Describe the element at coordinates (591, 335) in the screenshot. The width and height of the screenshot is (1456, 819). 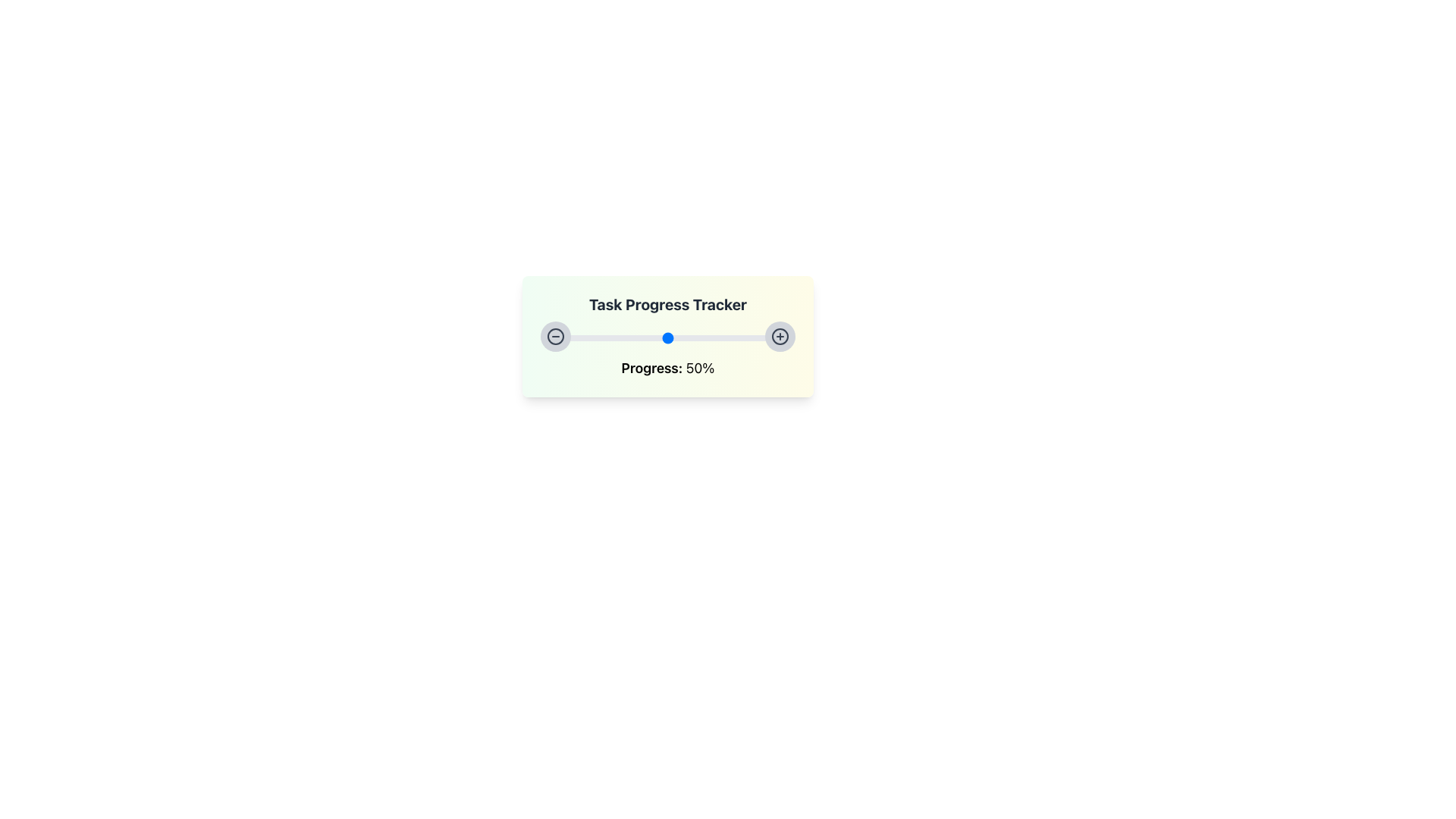
I see `progress value` at that location.